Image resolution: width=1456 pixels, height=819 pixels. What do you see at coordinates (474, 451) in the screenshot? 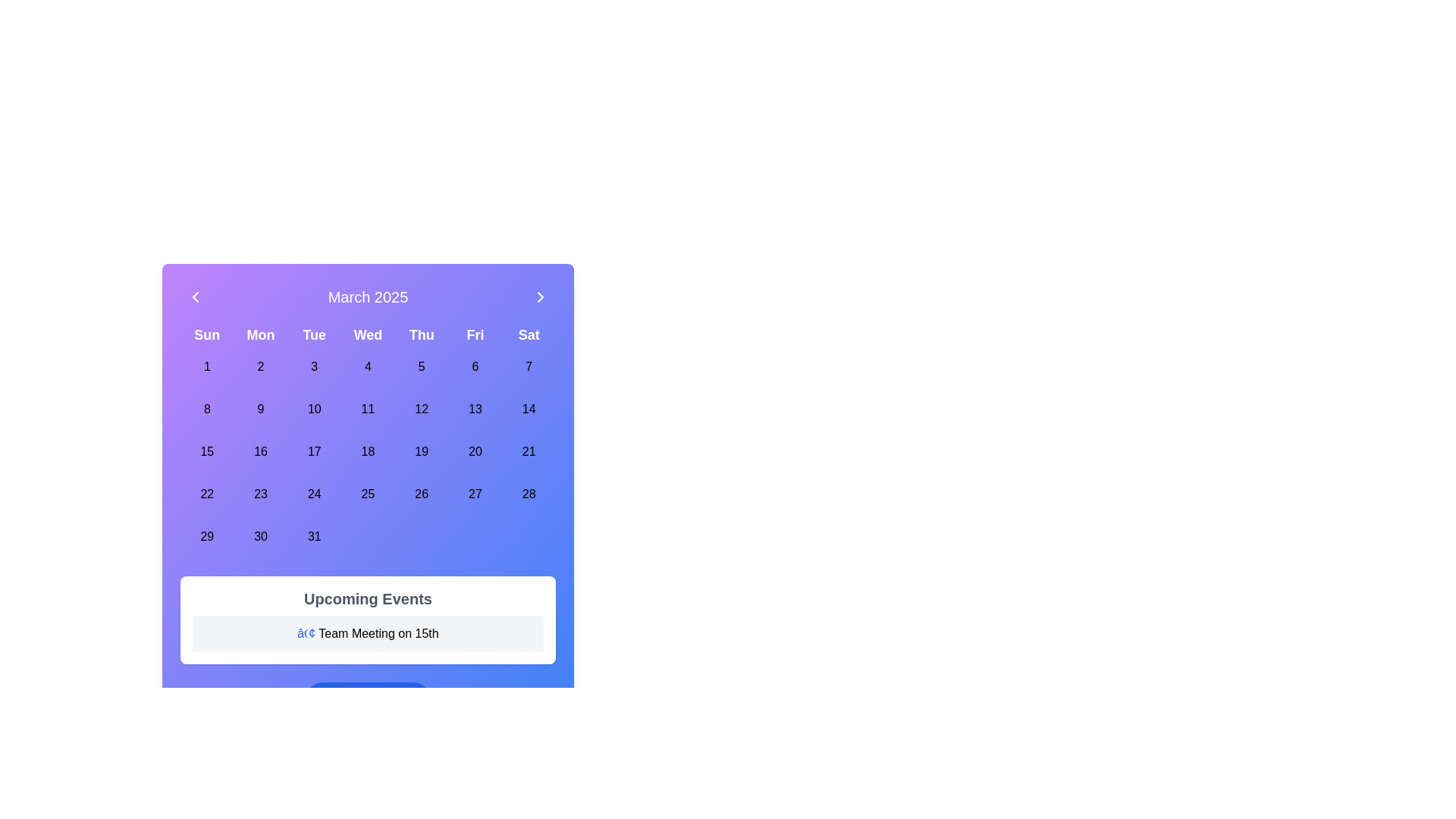
I see `the date picker button corresponding to '20' under the header 'Fri' in the calendar interface` at bounding box center [474, 451].